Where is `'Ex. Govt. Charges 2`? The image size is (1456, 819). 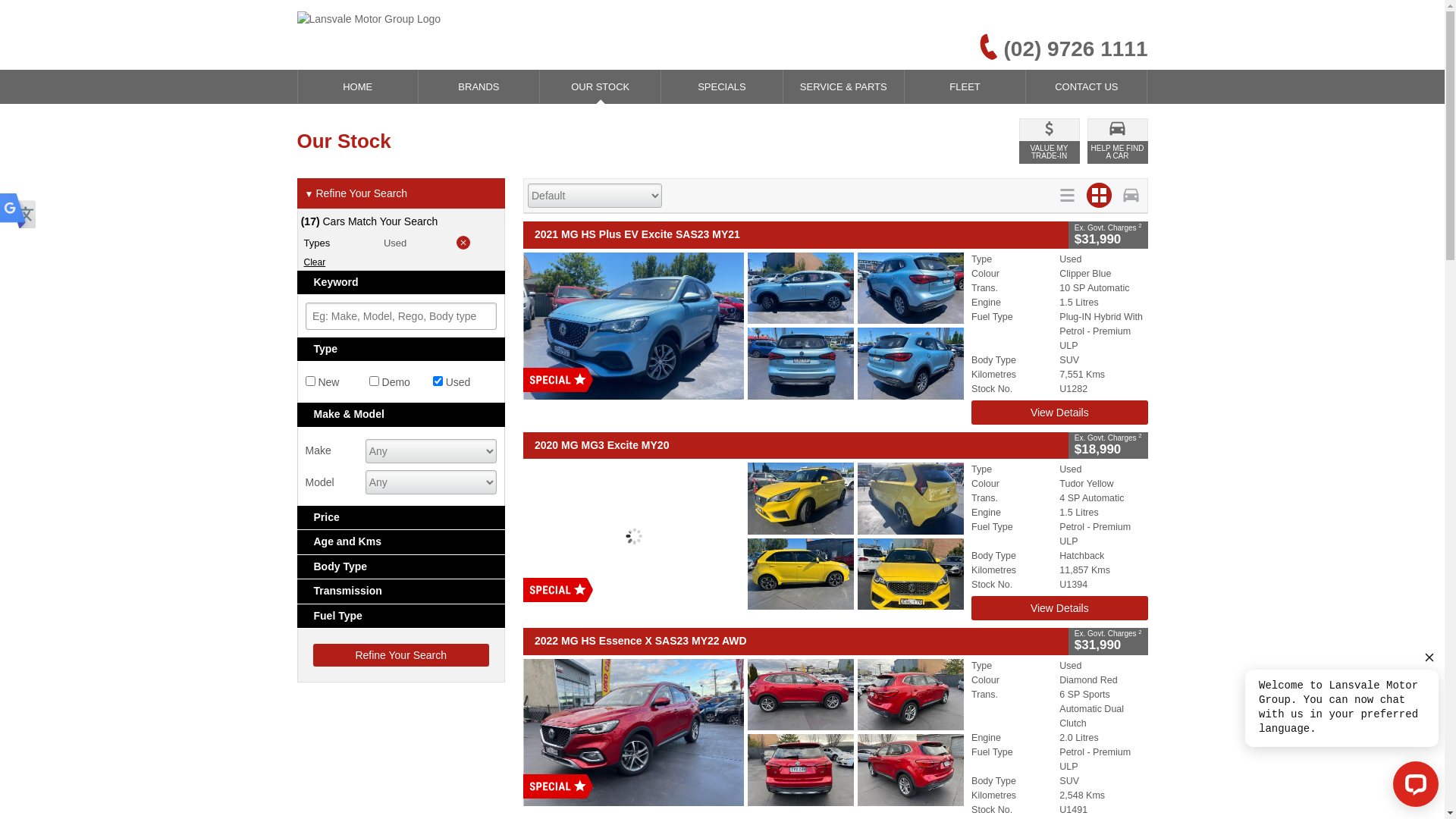
'Ex. Govt. Charges 2 is located at coordinates (1068, 444).